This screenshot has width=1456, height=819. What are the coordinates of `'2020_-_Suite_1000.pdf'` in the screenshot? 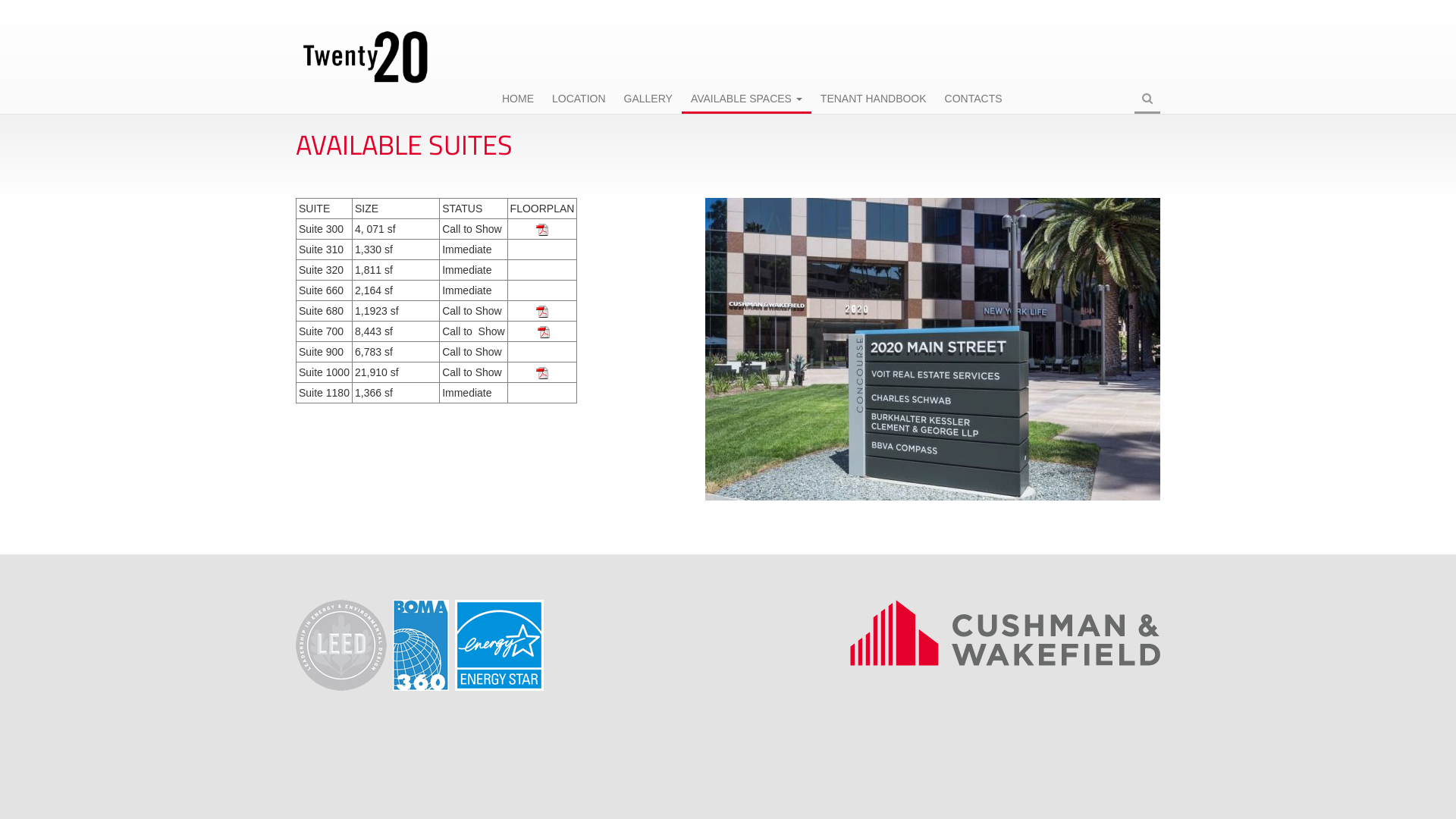 It's located at (535, 372).